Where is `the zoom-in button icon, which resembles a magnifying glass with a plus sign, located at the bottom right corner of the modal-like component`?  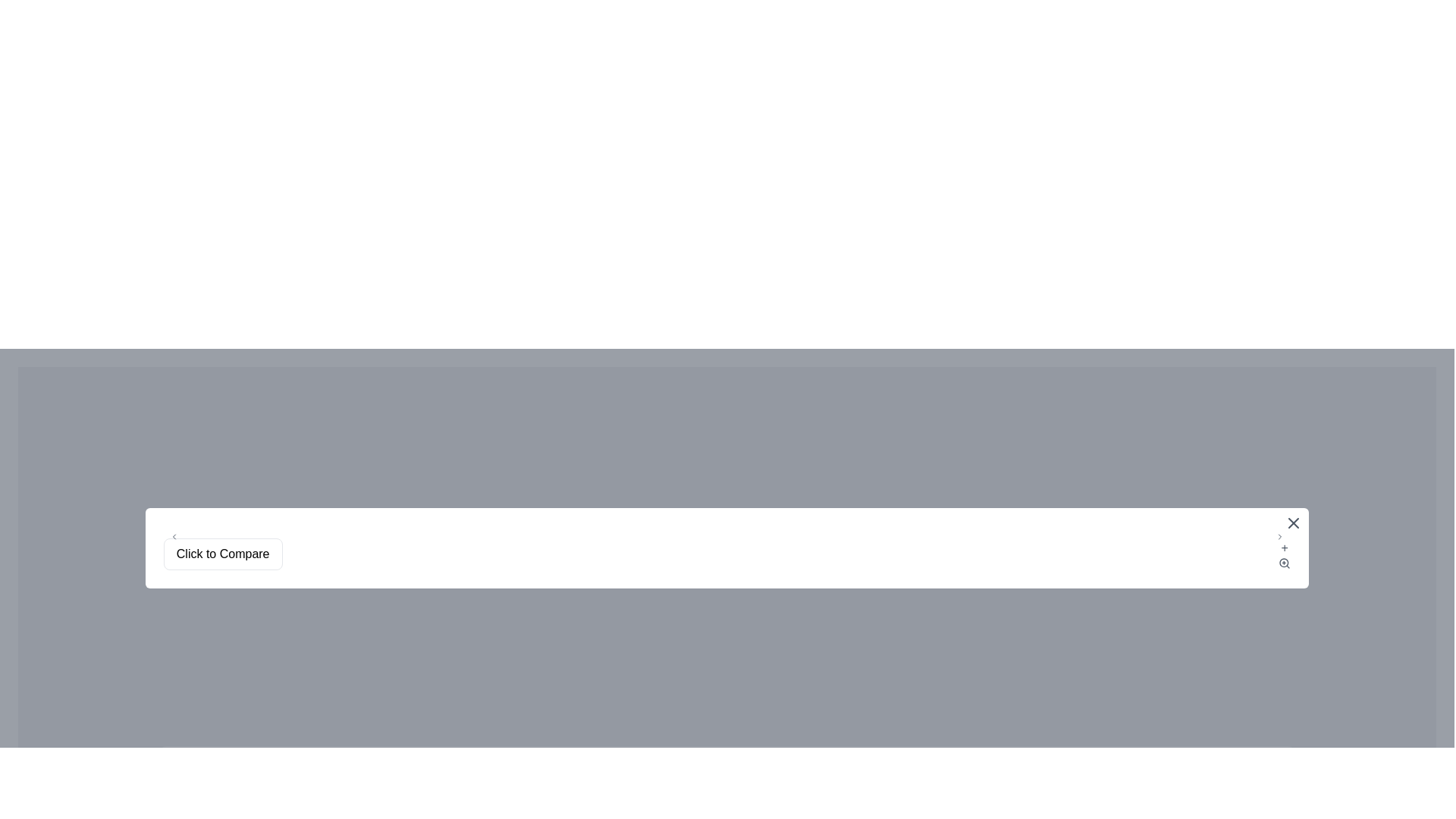
the zoom-in button icon, which resembles a magnifying glass with a plus sign, located at the bottom right corner of the modal-like component is located at coordinates (1284, 563).